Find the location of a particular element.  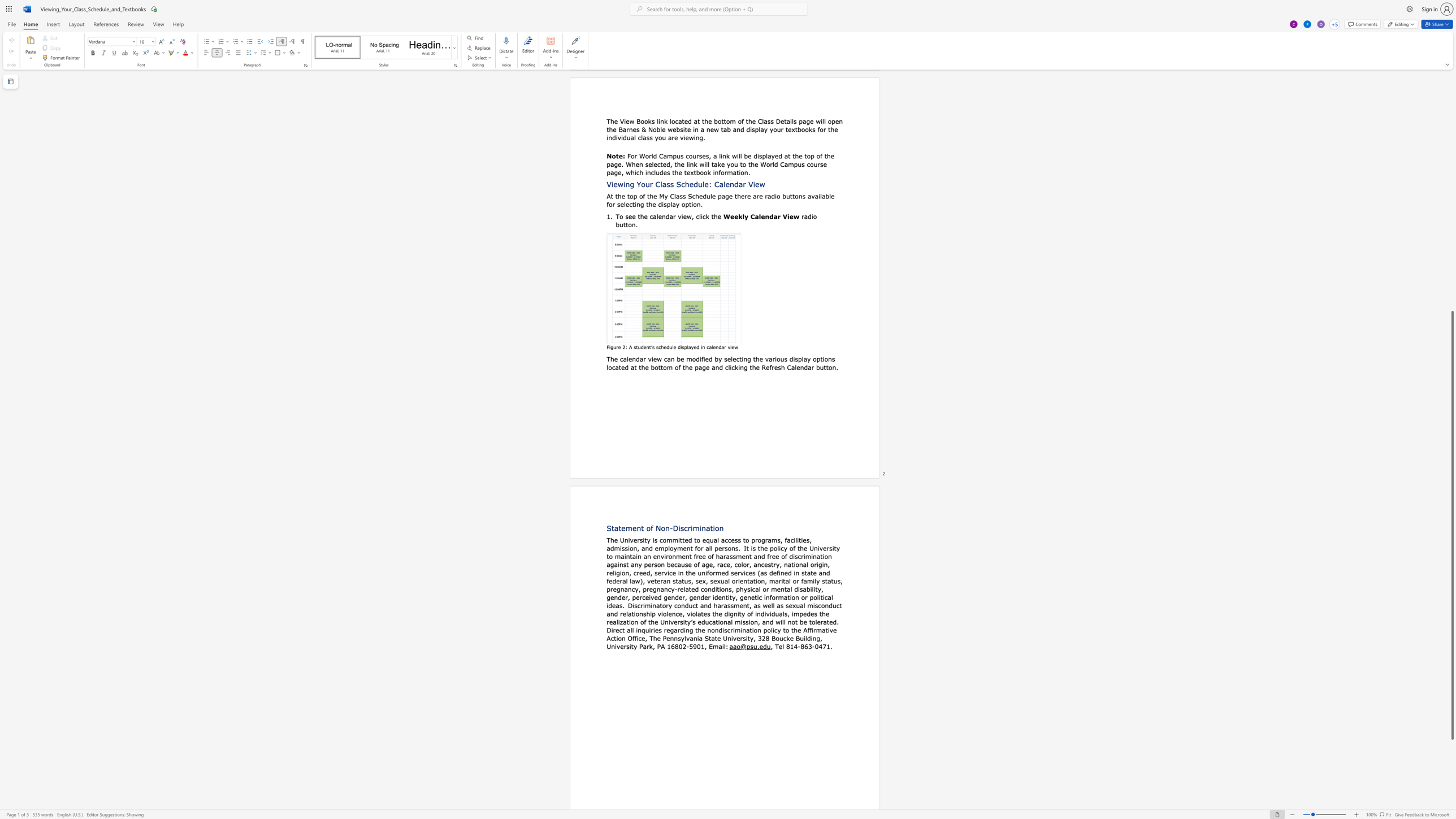

the scrollbar is located at coordinates (1451, 257).